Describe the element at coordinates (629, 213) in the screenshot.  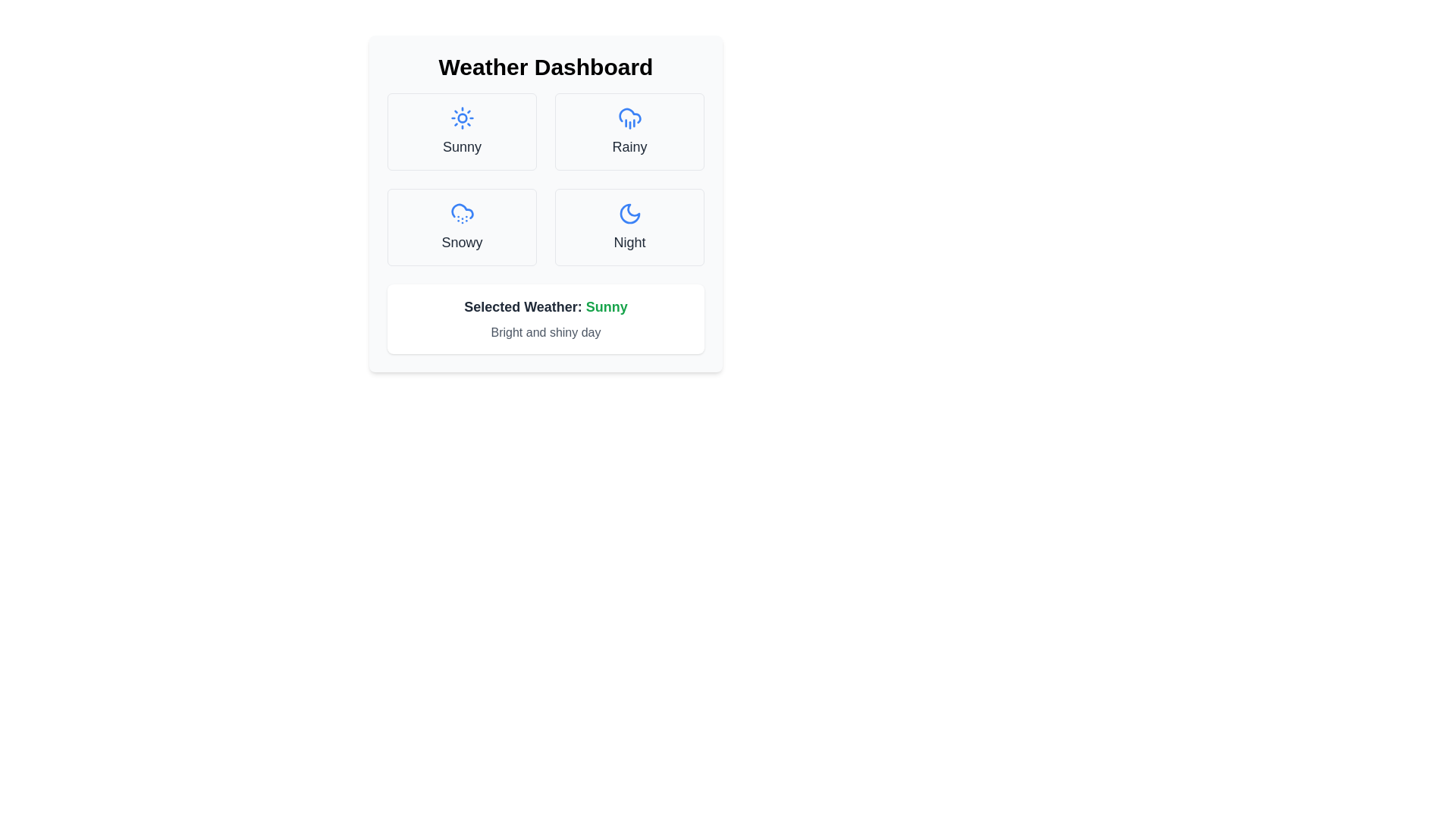
I see `the 'Night' icon in the weather dashboard` at that location.